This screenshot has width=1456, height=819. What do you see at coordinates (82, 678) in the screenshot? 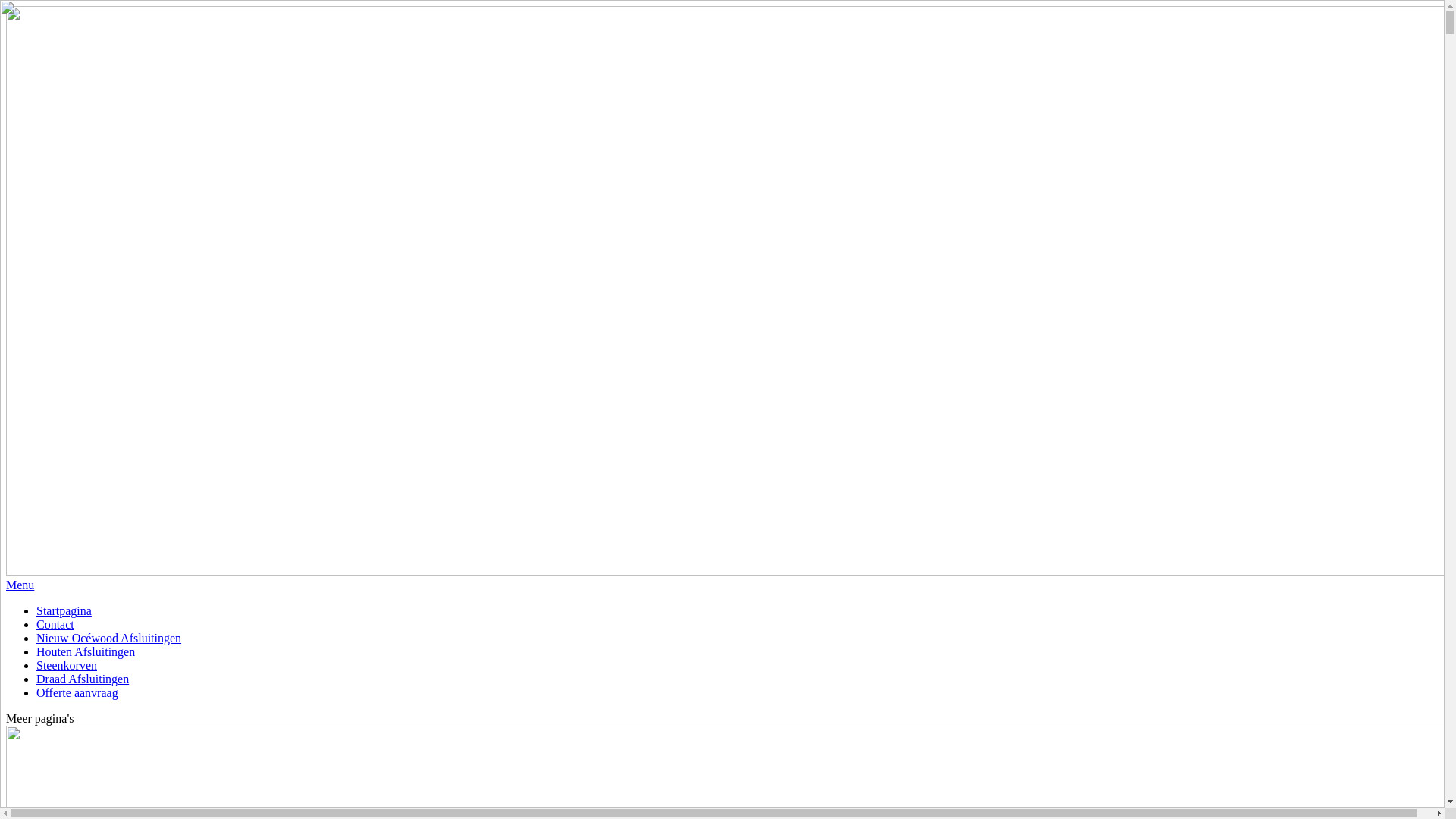
I see `'Draad Afsluitingen'` at bounding box center [82, 678].